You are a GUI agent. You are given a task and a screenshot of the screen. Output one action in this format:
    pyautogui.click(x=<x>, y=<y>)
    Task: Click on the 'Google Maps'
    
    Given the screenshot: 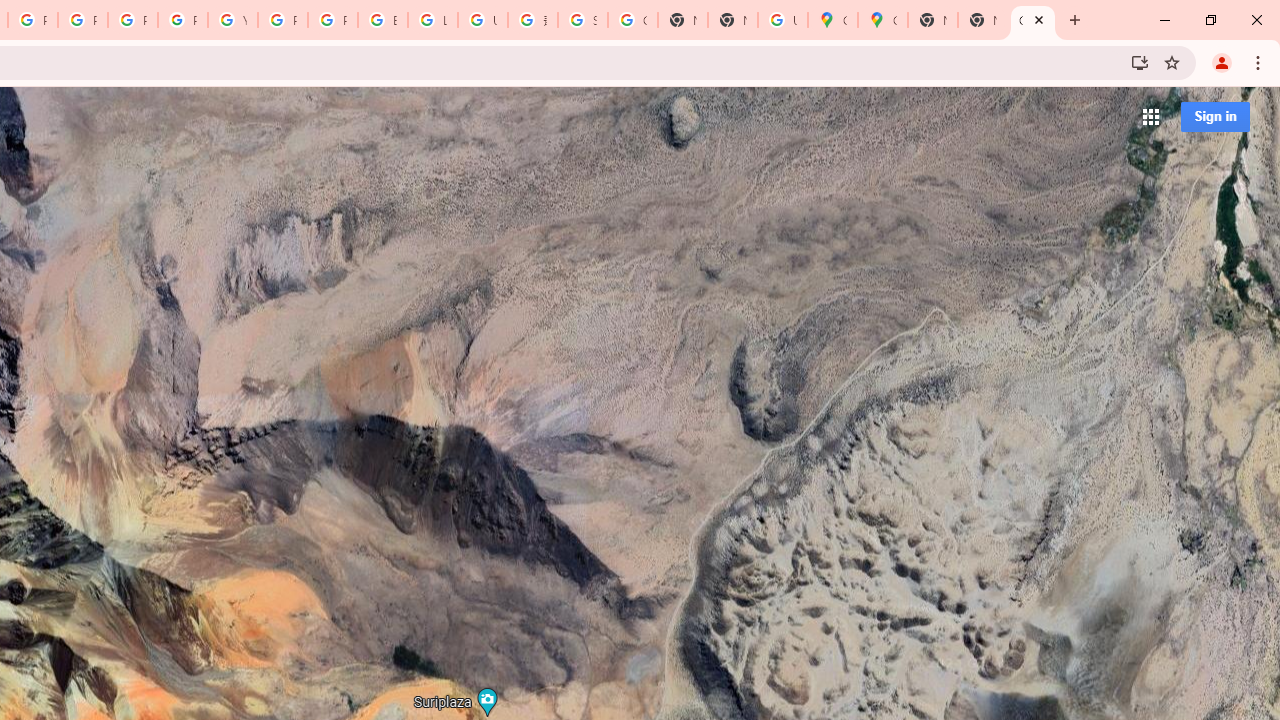 What is the action you would take?
    pyautogui.click(x=881, y=20)
    